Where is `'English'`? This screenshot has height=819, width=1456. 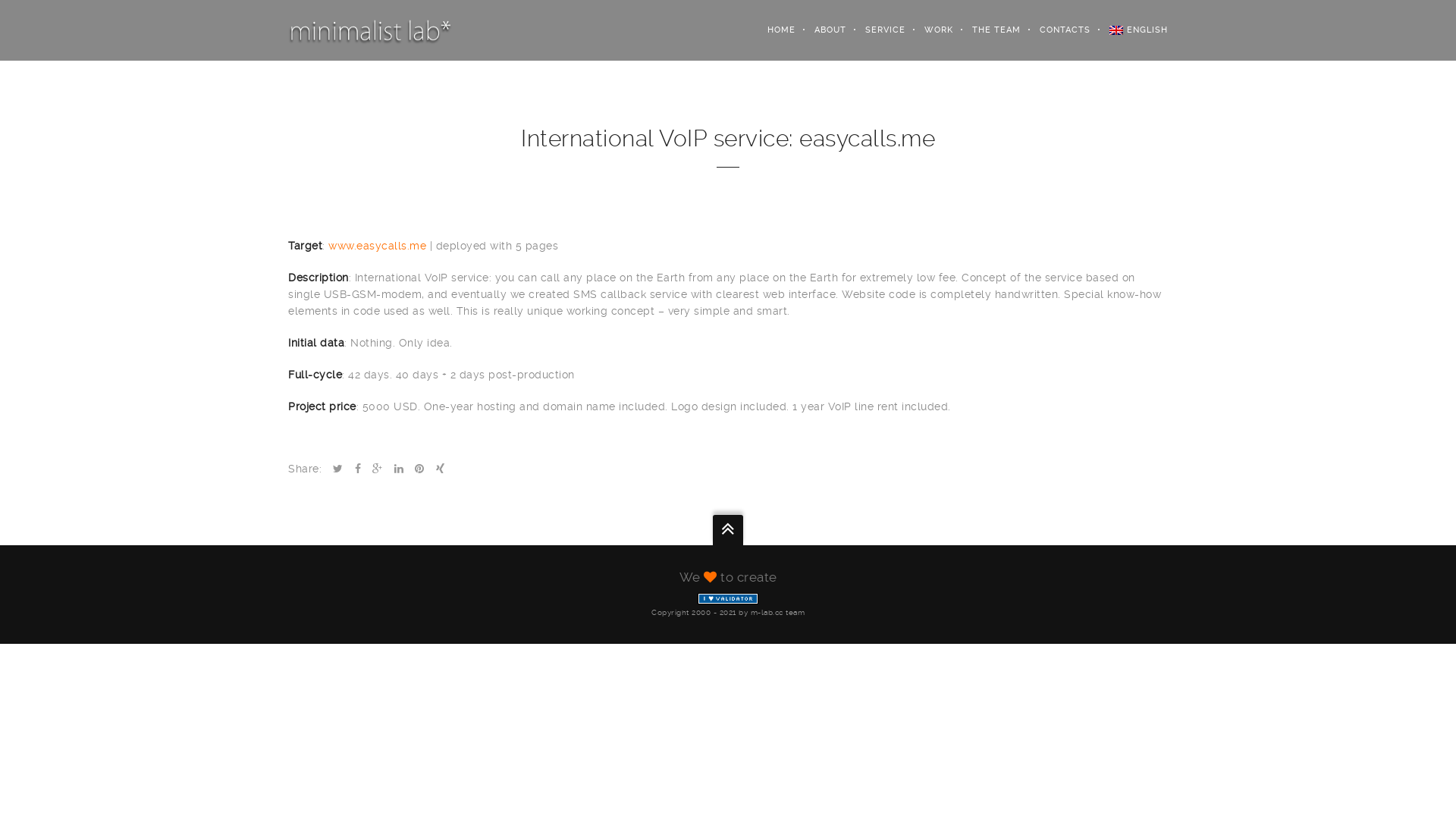 'English' is located at coordinates (1116, 30).